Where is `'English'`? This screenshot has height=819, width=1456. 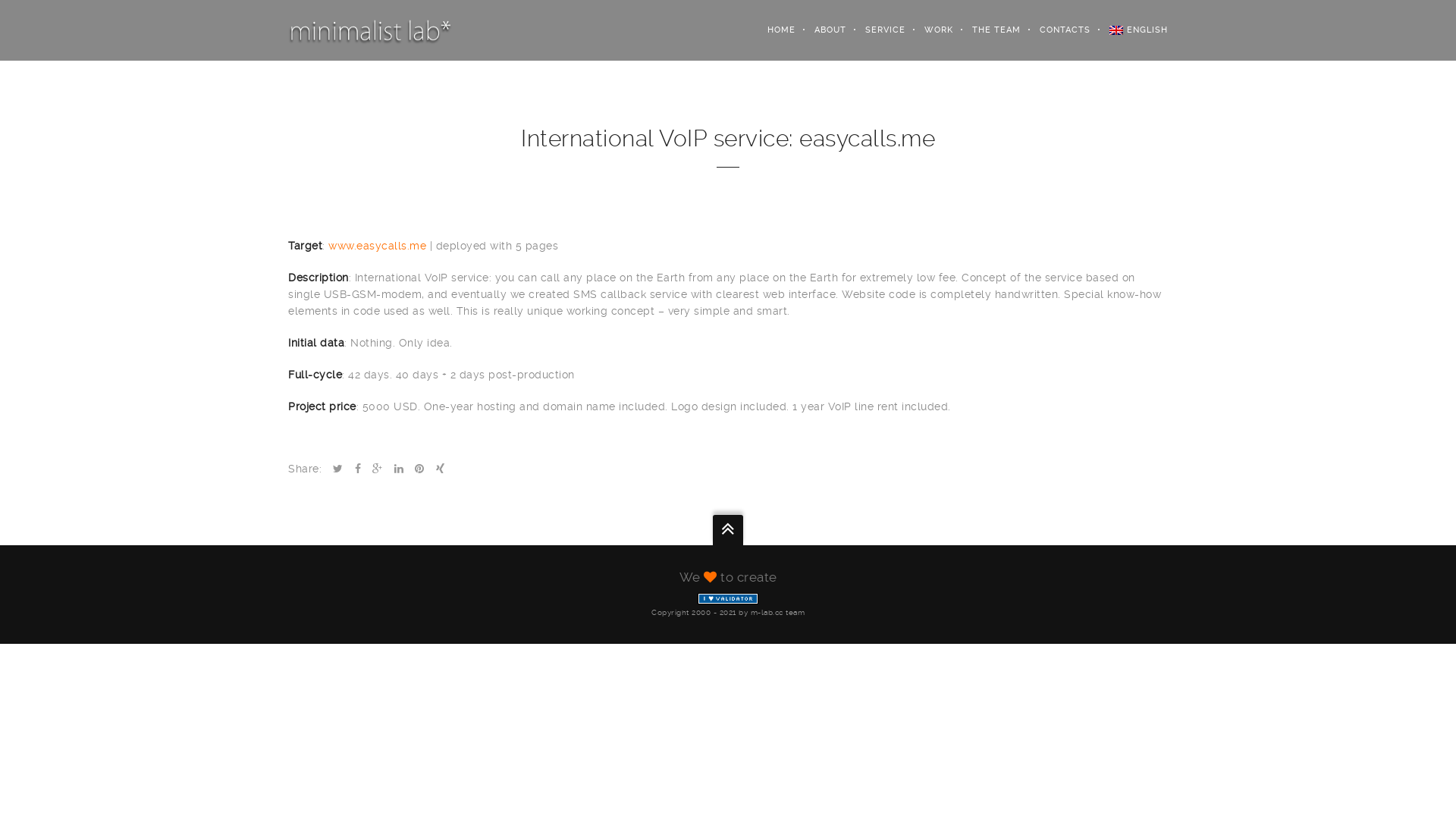 'English' is located at coordinates (1116, 30).